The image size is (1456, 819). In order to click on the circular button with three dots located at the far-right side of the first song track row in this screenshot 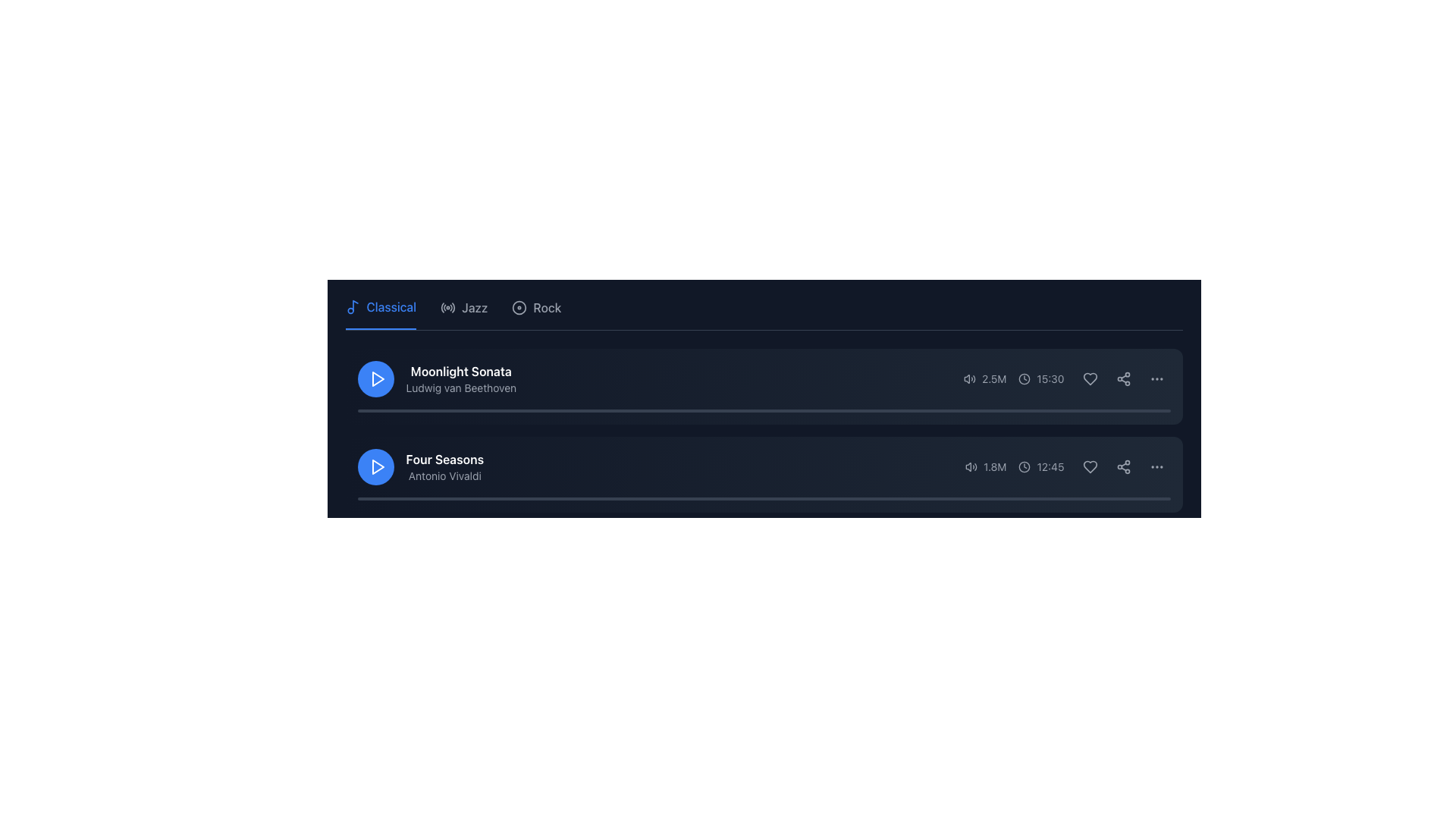, I will do `click(1156, 378)`.